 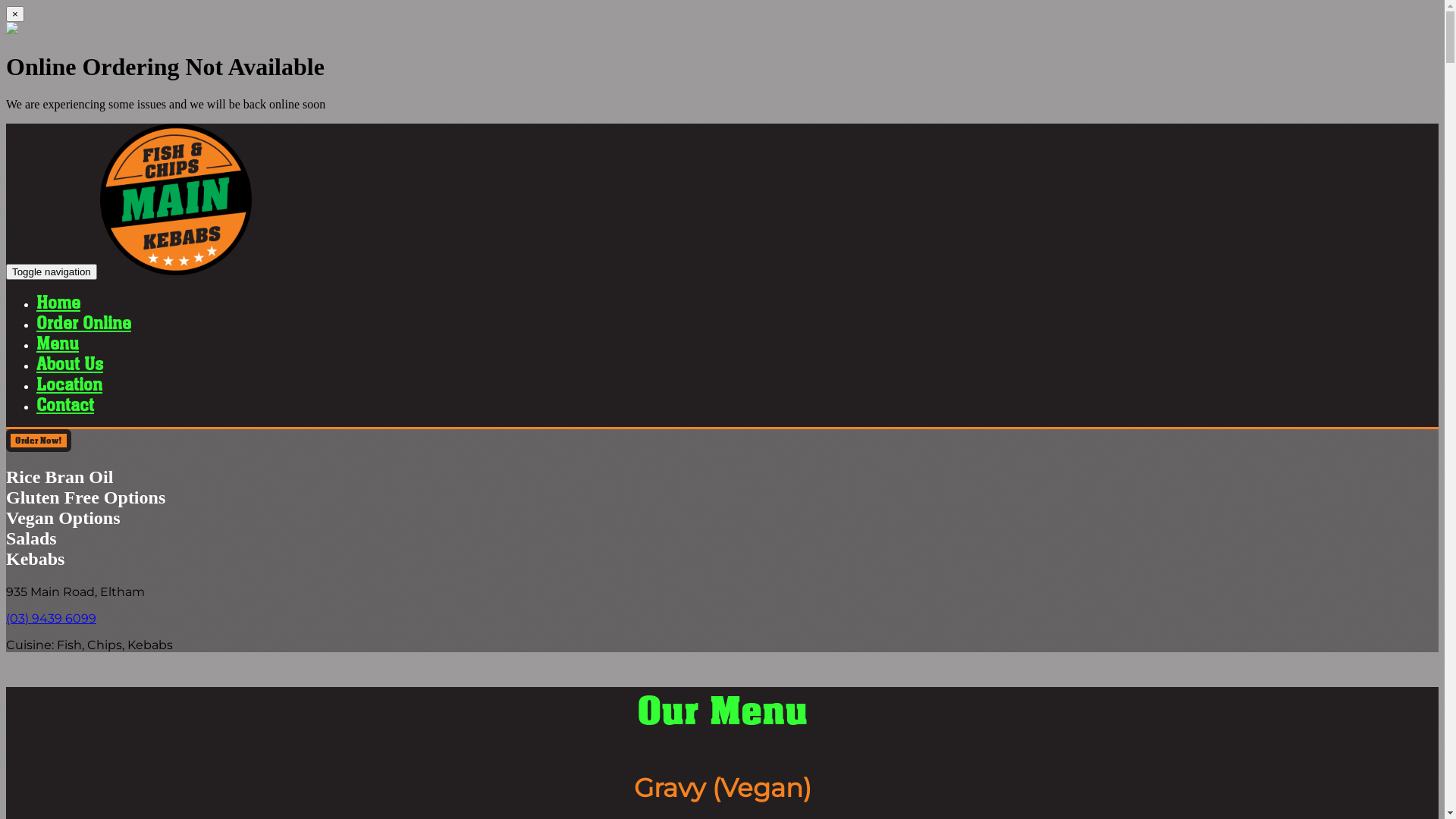 What do you see at coordinates (68, 383) in the screenshot?
I see `'Location'` at bounding box center [68, 383].